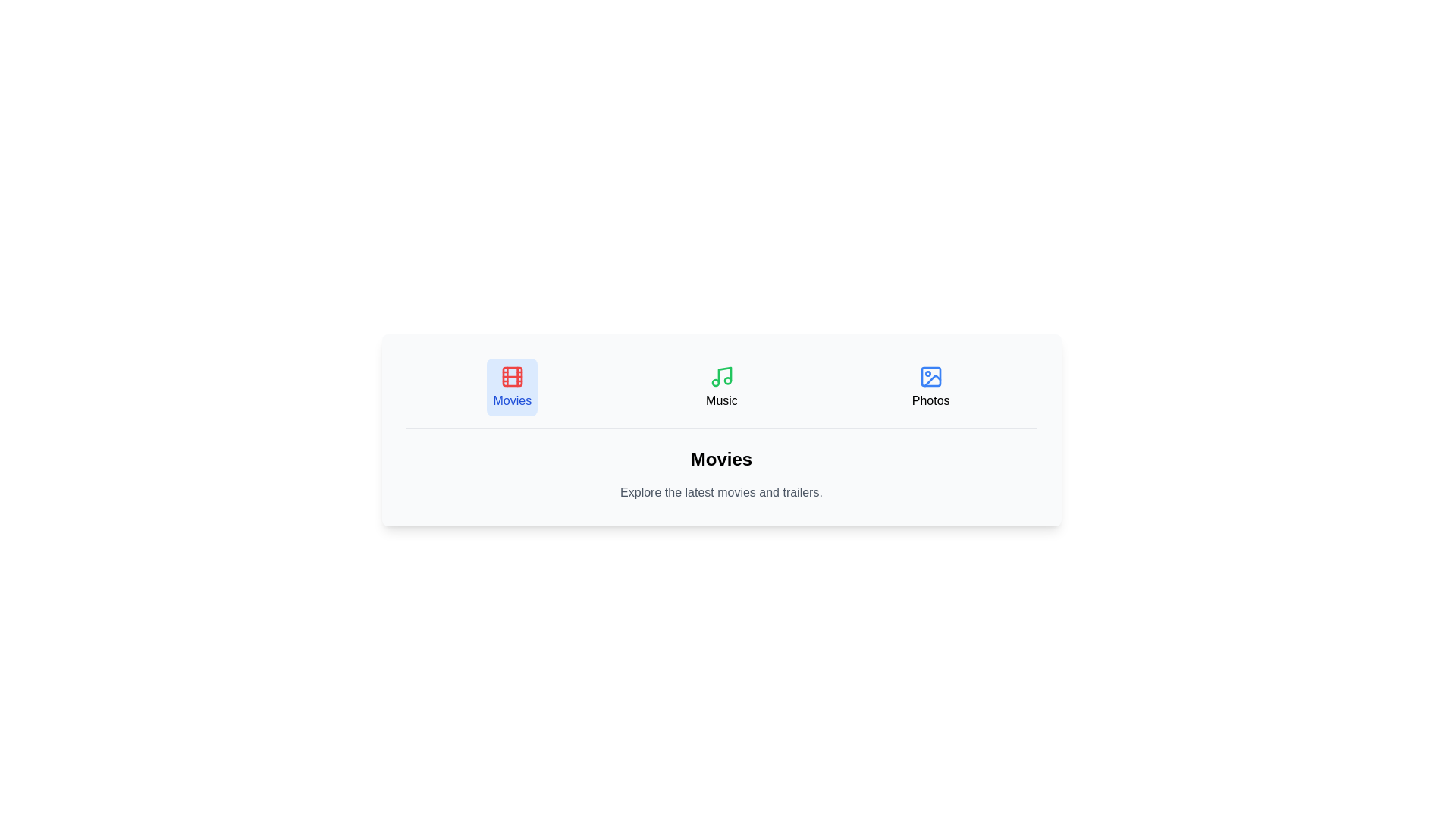 Image resolution: width=1456 pixels, height=819 pixels. I want to click on the Photos tab by clicking on its button, so click(930, 386).